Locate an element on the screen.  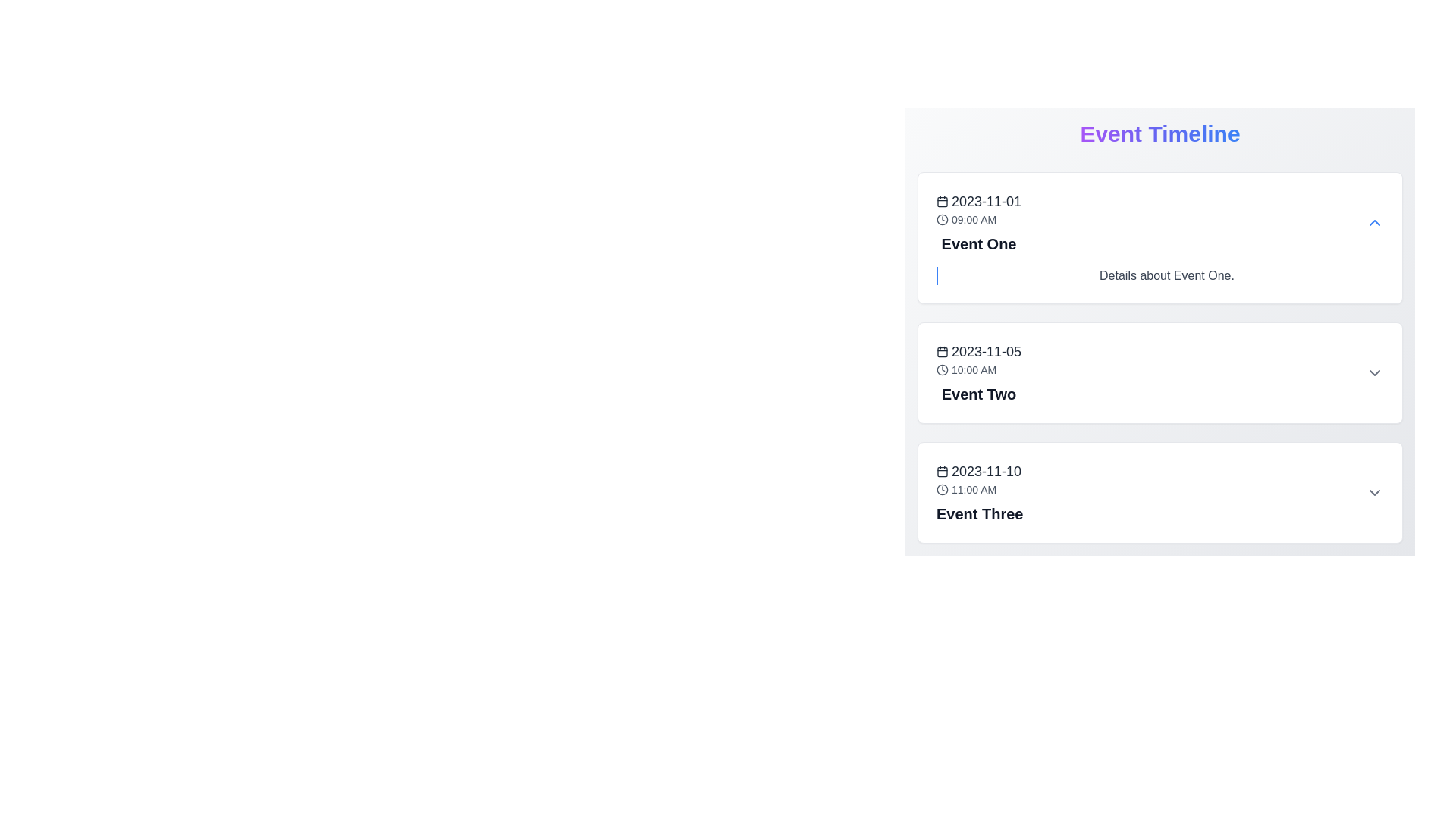
text of the element labeled 'Event Three', which is positioned below the event date '2023-11-10' and time '11:00 AM', serving as an identifier for the associated event information is located at coordinates (980, 513).